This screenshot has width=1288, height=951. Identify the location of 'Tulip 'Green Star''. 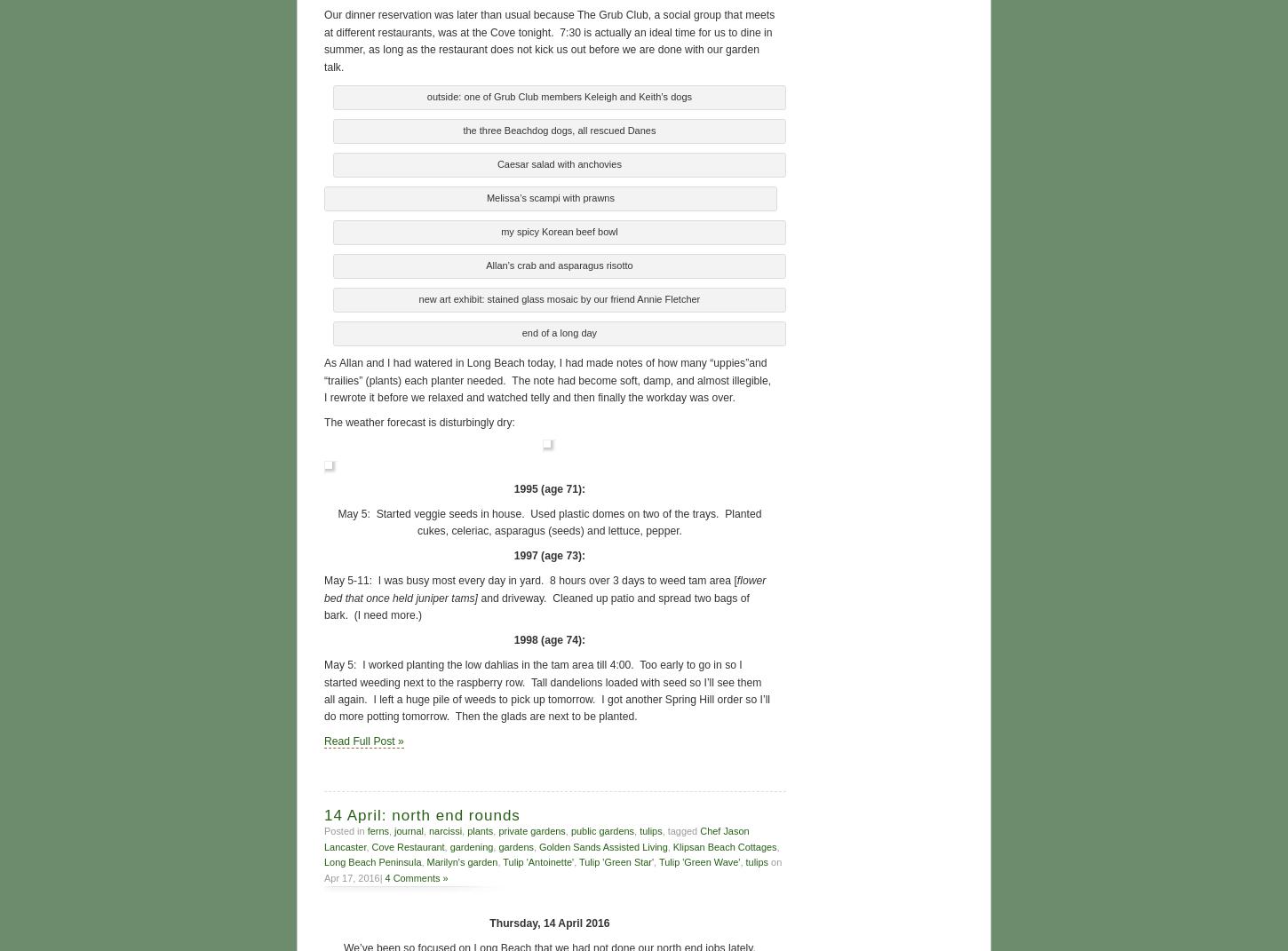
(578, 860).